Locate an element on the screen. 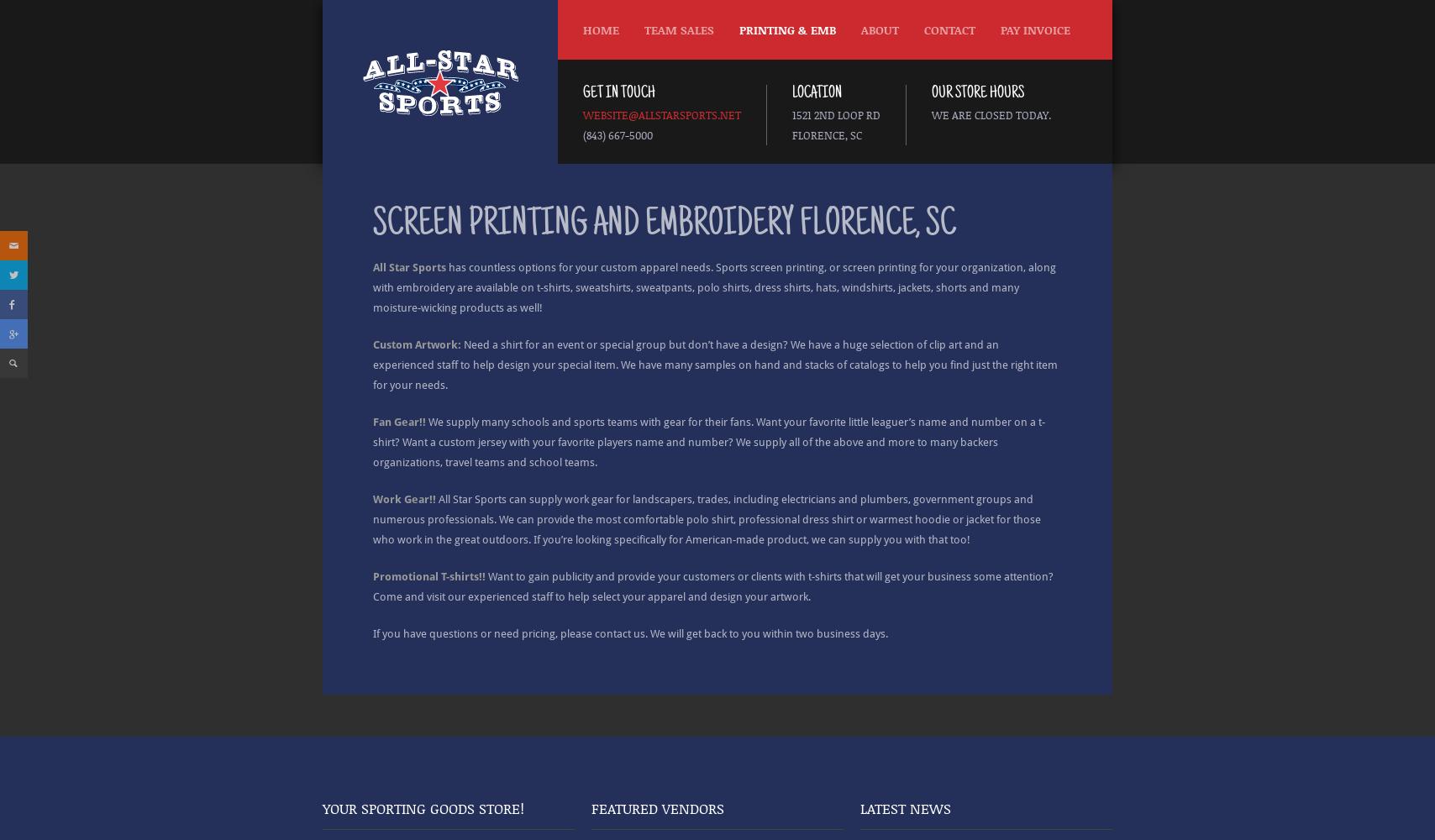  'Location' is located at coordinates (816, 92).